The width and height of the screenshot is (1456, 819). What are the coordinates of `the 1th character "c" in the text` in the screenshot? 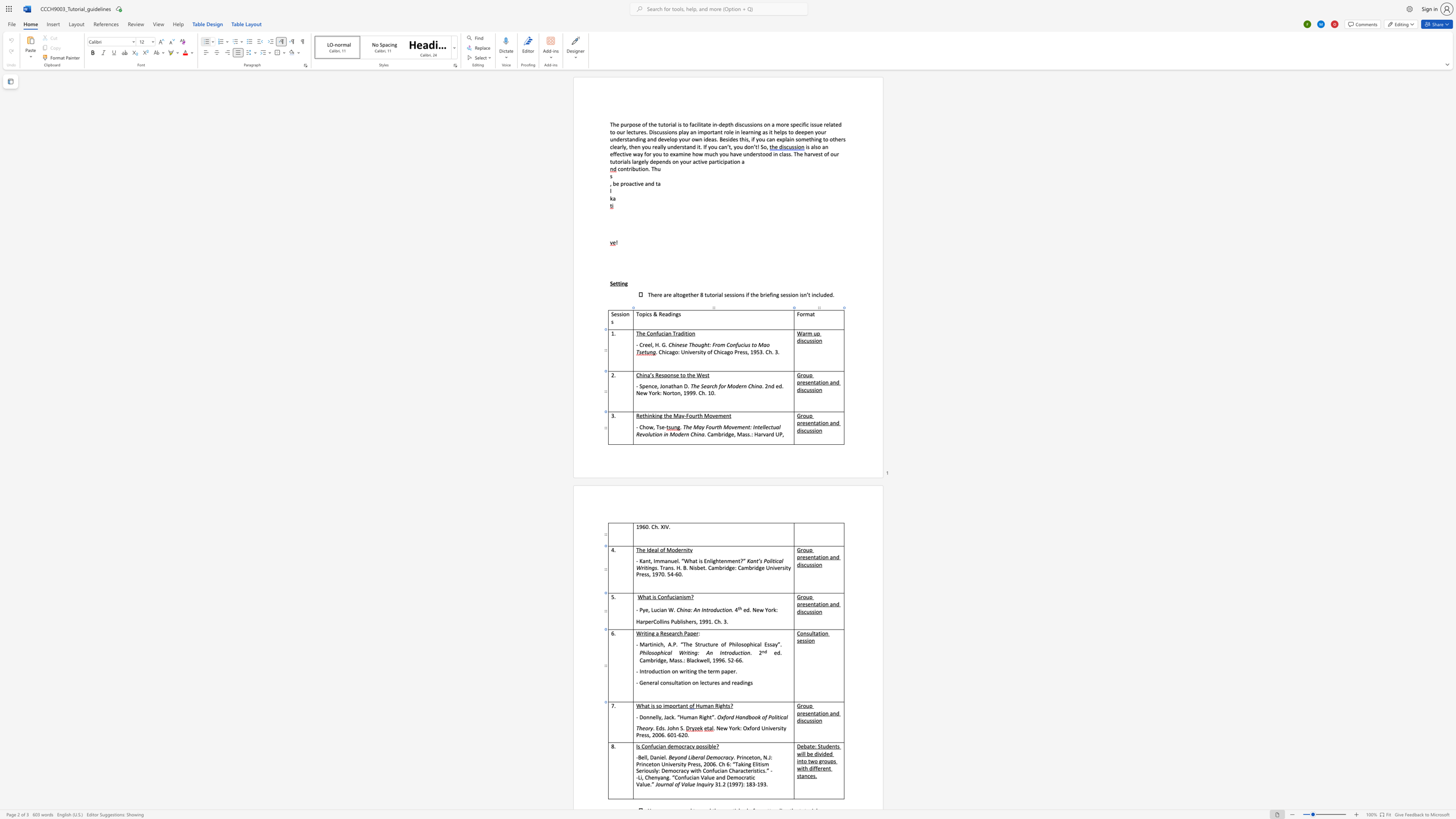 It's located at (678, 633).